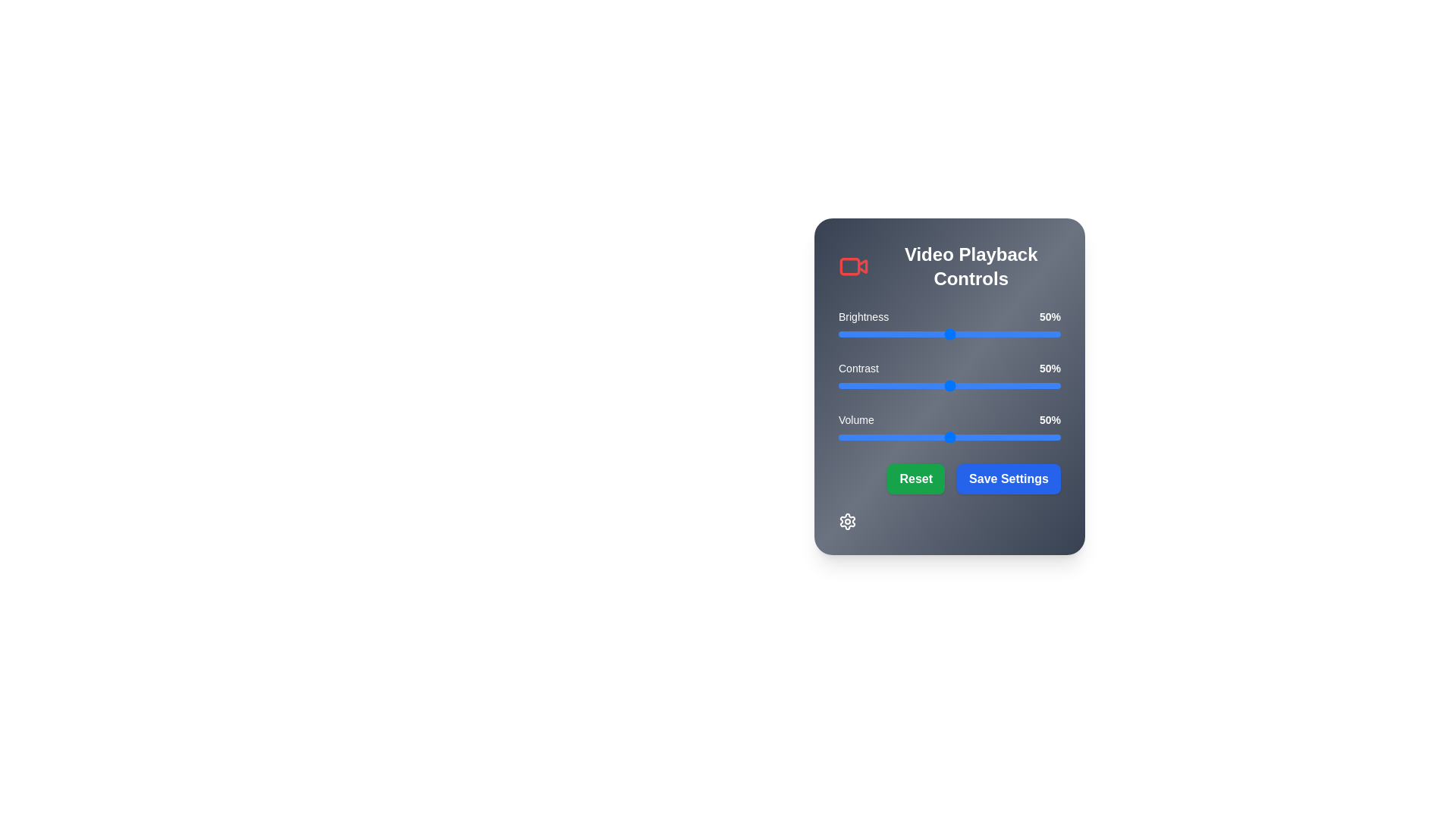 This screenshot has width=1456, height=819. What do you see at coordinates (915, 479) in the screenshot?
I see `the 'Reset' button with white text on a green background located in the bottom-left corner of the 'Video Playback Controls' card to reset settings` at bounding box center [915, 479].